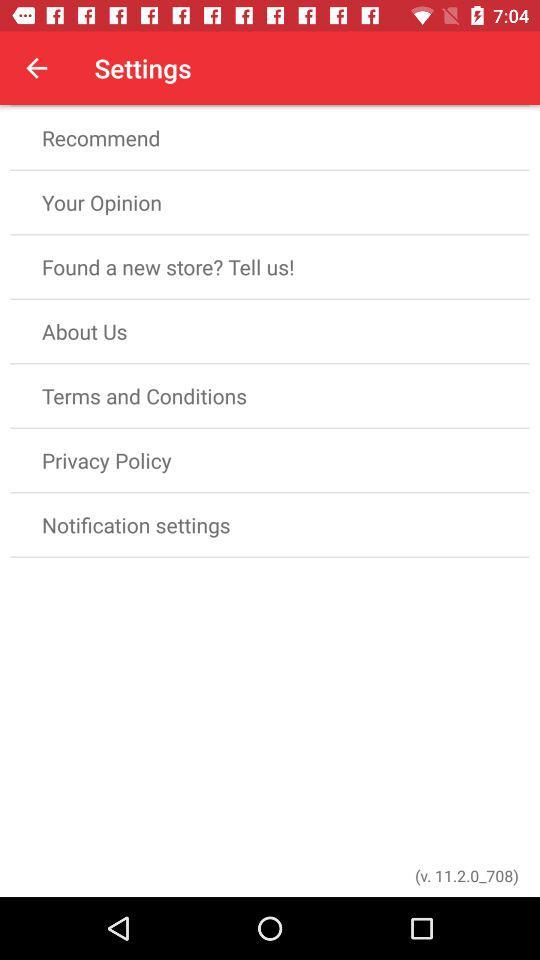  What do you see at coordinates (270, 460) in the screenshot?
I see `privacy policy` at bounding box center [270, 460].